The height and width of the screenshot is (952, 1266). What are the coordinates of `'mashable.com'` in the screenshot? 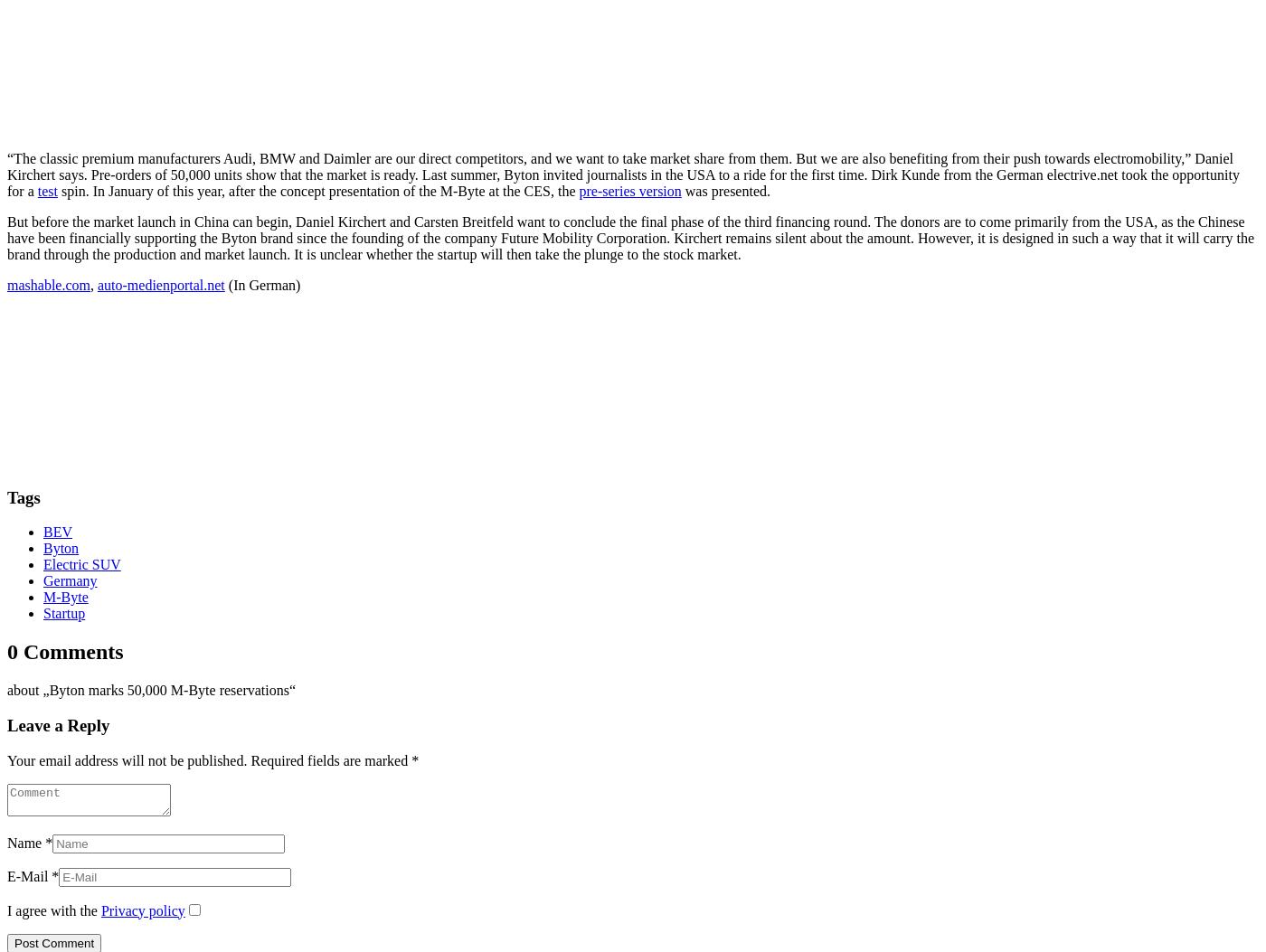 It's located at (48, 284).